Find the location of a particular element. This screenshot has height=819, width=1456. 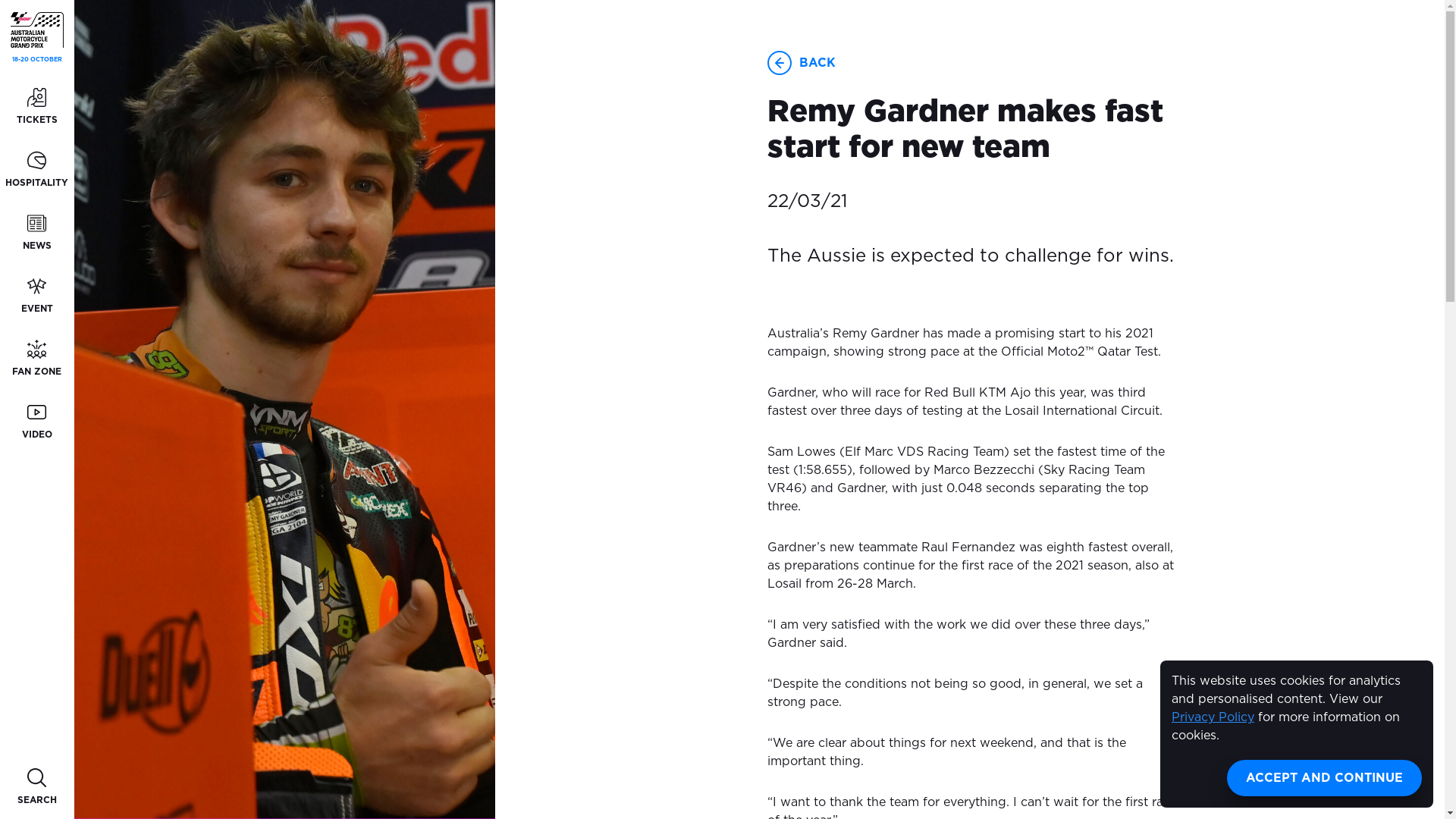

'ACCEPT AND CONTINUE' is located at coordinates (1323, 778).